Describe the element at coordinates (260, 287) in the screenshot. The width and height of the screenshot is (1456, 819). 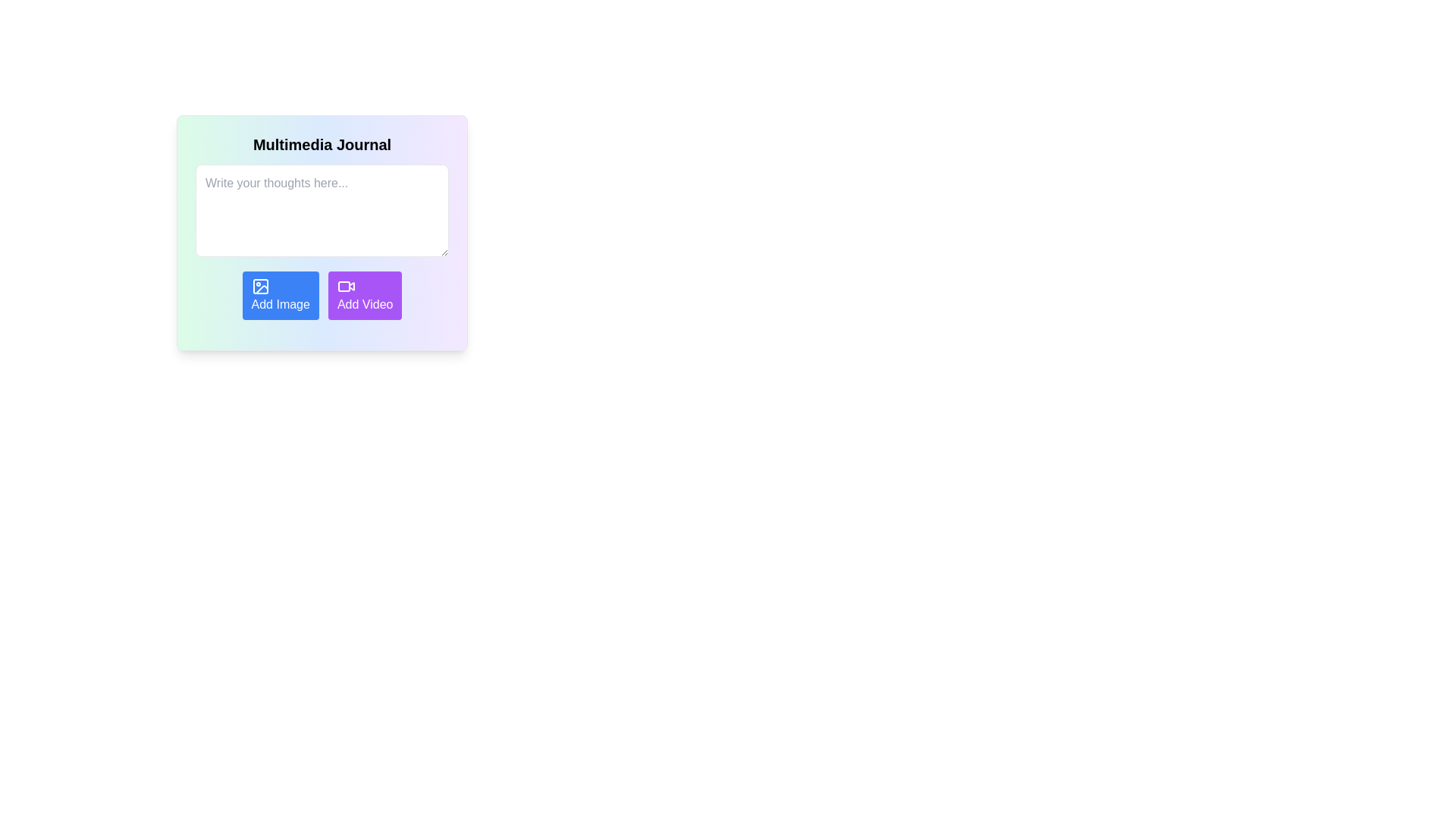
I see `the blue square icon part of the SVG graphic within the 'Add Image' button` at that location.